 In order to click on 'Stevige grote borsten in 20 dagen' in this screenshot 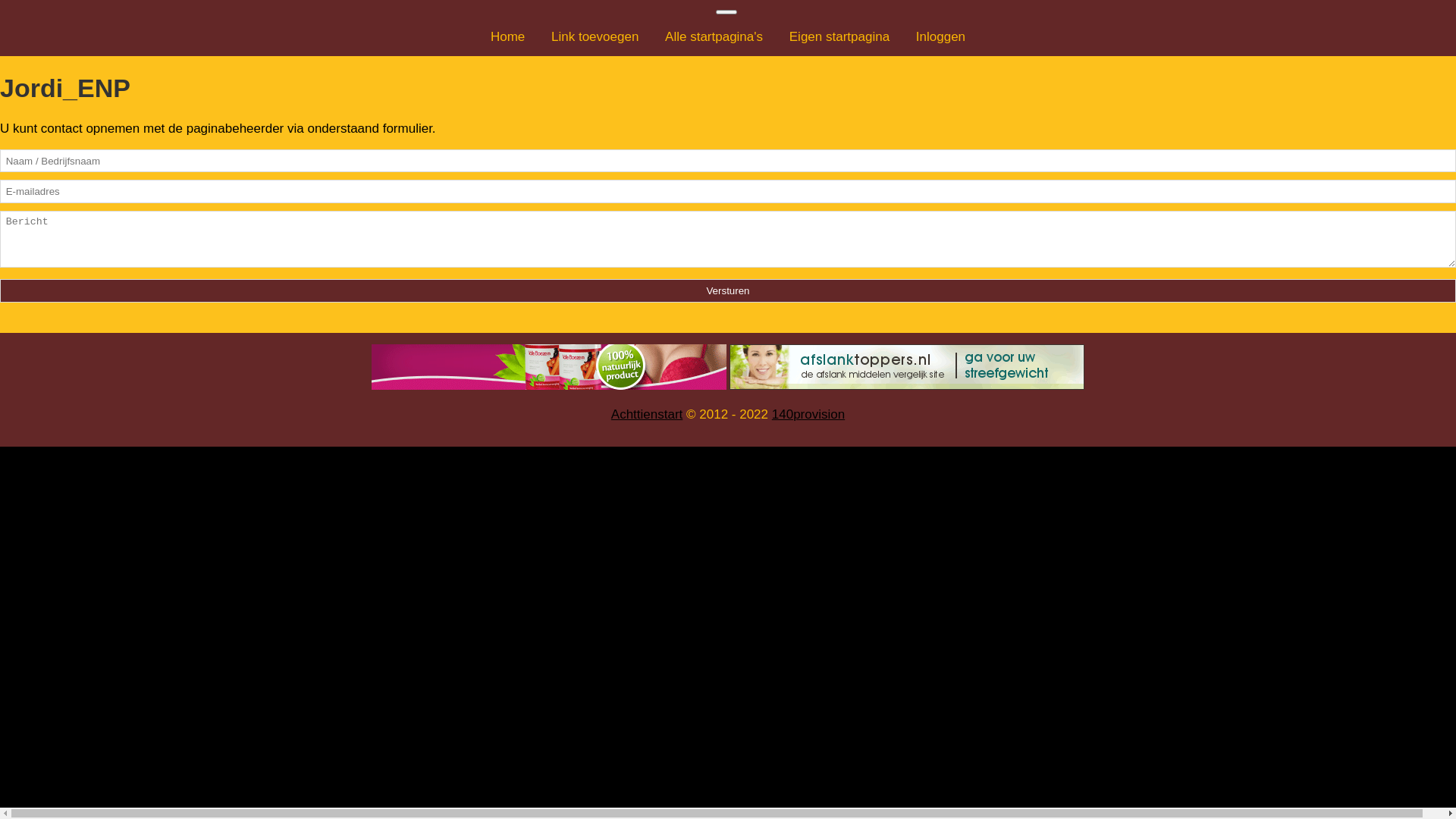, I will do `click(548, 366)`.